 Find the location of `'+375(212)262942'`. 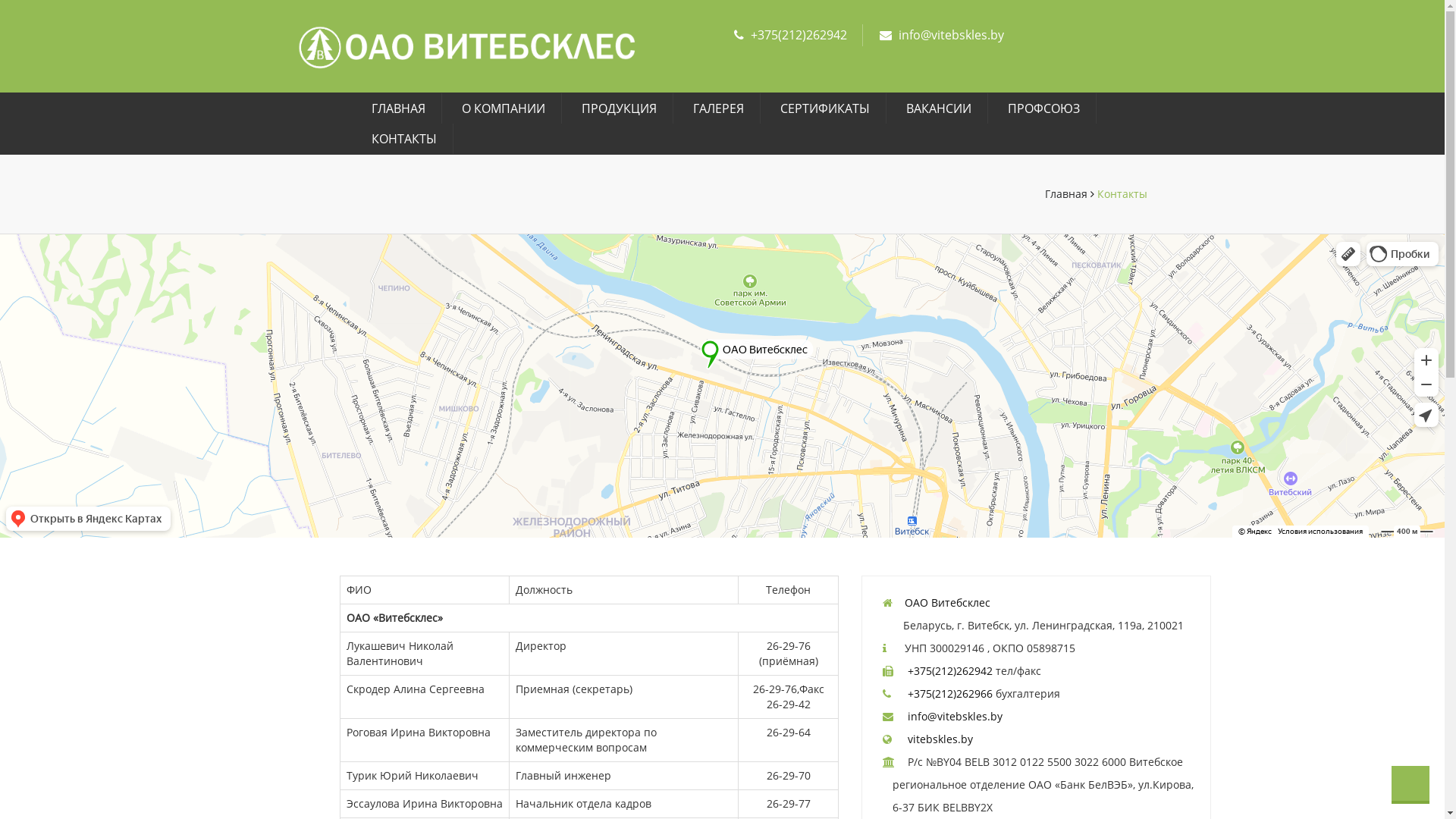

'+375(212)262942' is located at coordinates (798, 34).